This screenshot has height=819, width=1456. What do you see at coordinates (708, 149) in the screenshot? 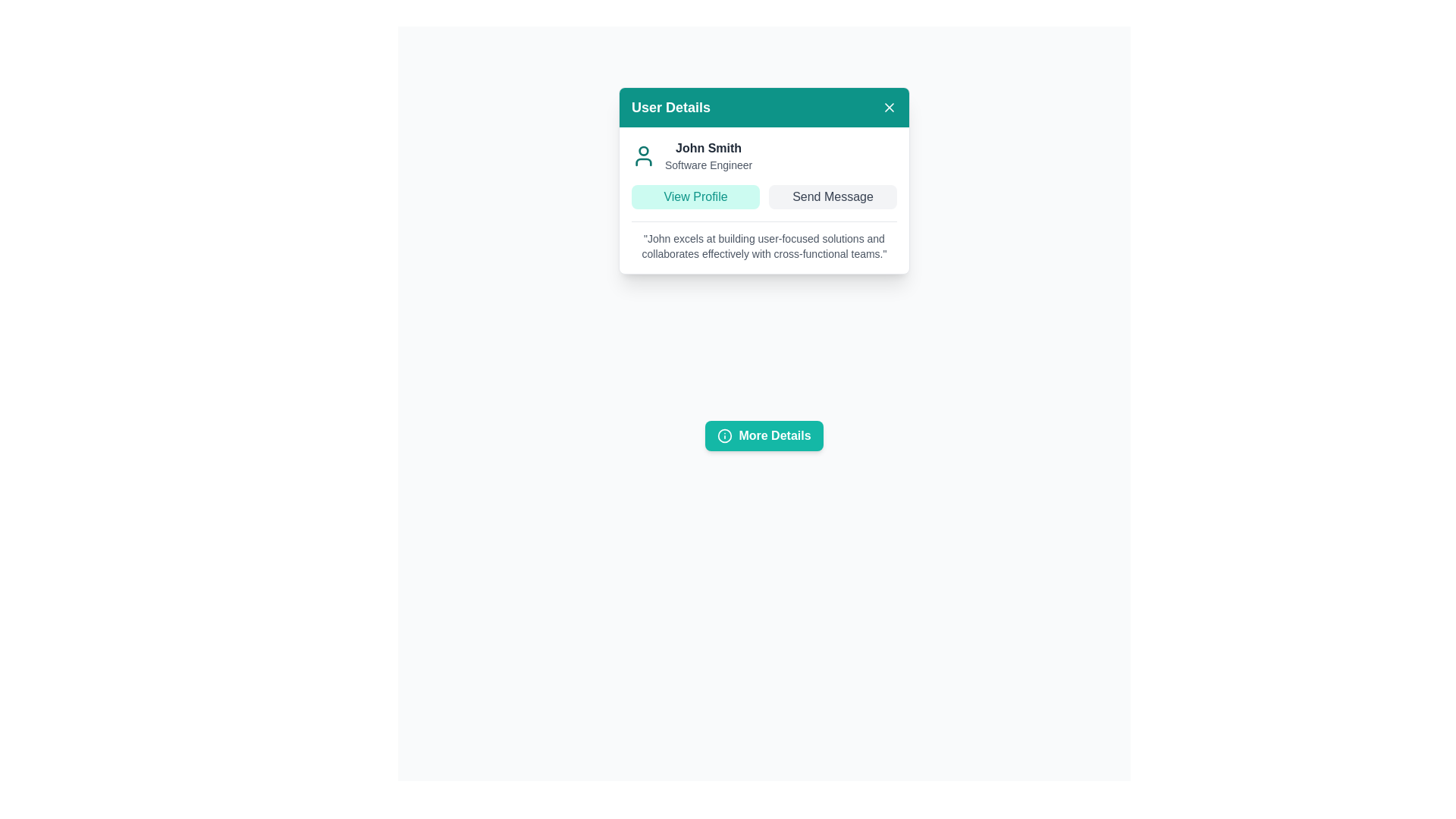
I see `the static text label displaying the name 'John Smith' in the 'User Details' dialog` at bounding box center [708, 149].